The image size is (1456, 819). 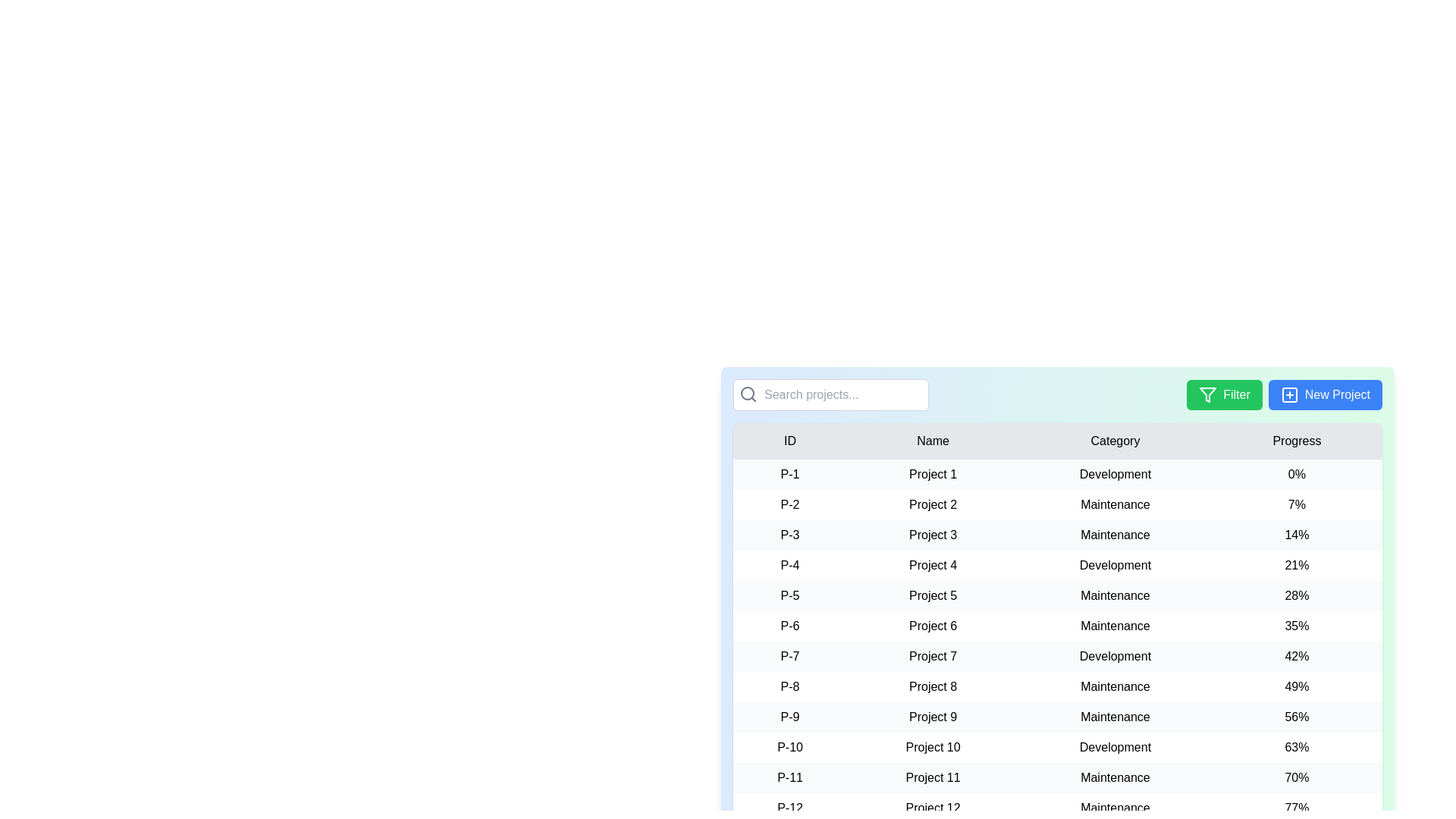 I want to click on the column header to sort the table by ID, so click(x=789, y=441).